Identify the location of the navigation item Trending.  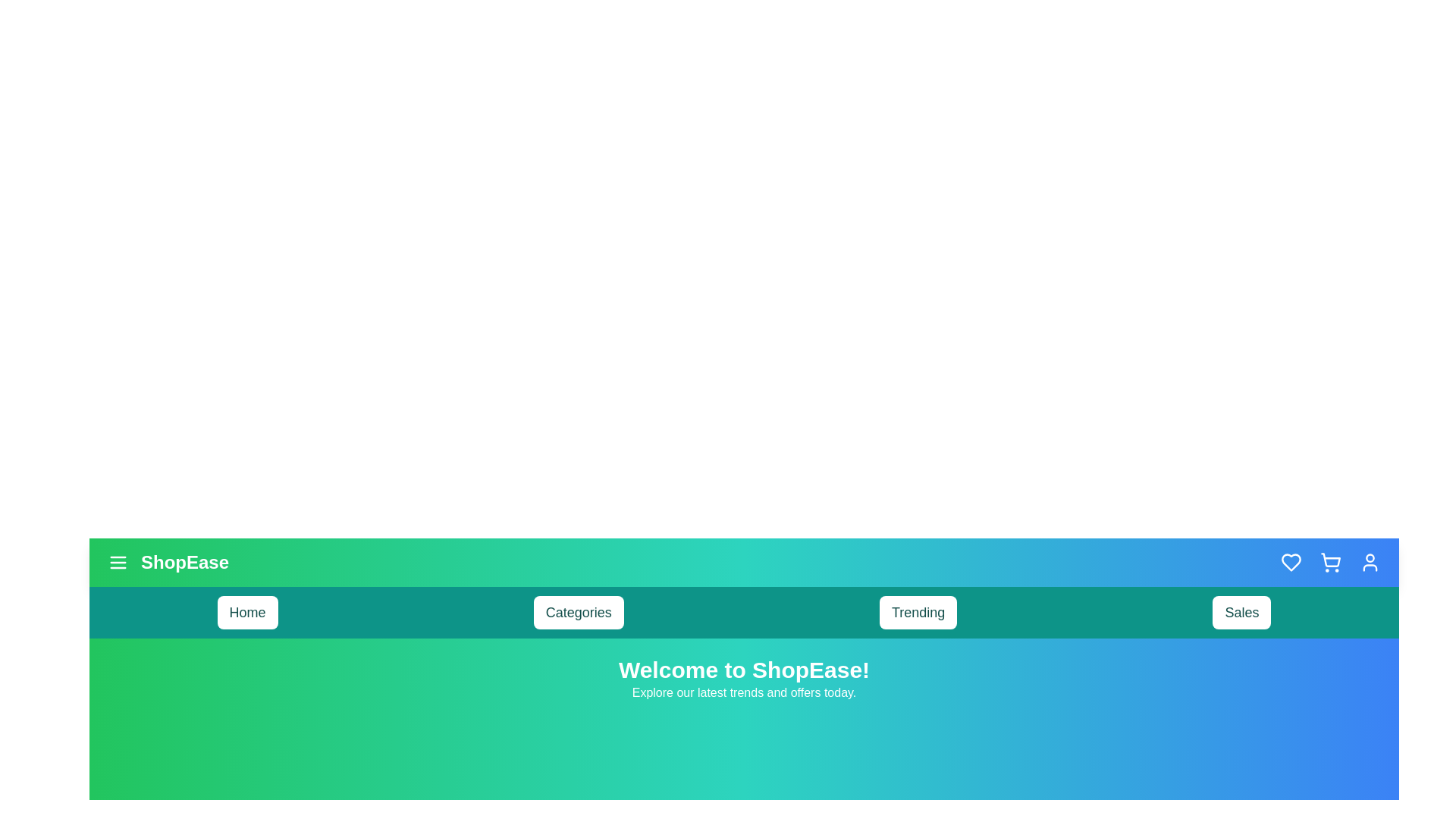
(918, 611).